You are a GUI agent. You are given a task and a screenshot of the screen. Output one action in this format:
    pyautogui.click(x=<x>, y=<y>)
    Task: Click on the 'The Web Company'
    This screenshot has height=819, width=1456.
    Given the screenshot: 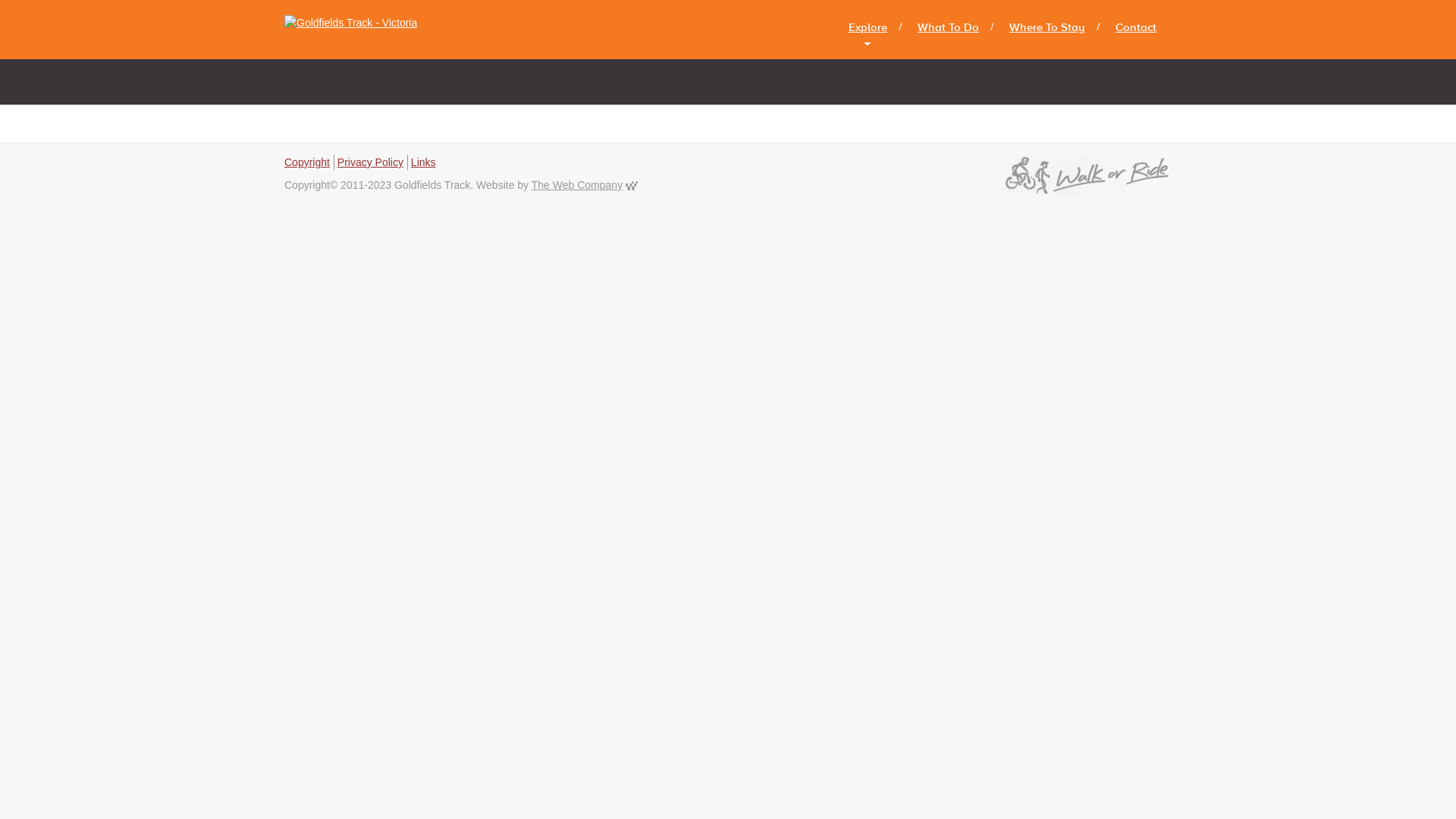 What is the action you would take?
    pyautogui.click(x=632, y=184)
    